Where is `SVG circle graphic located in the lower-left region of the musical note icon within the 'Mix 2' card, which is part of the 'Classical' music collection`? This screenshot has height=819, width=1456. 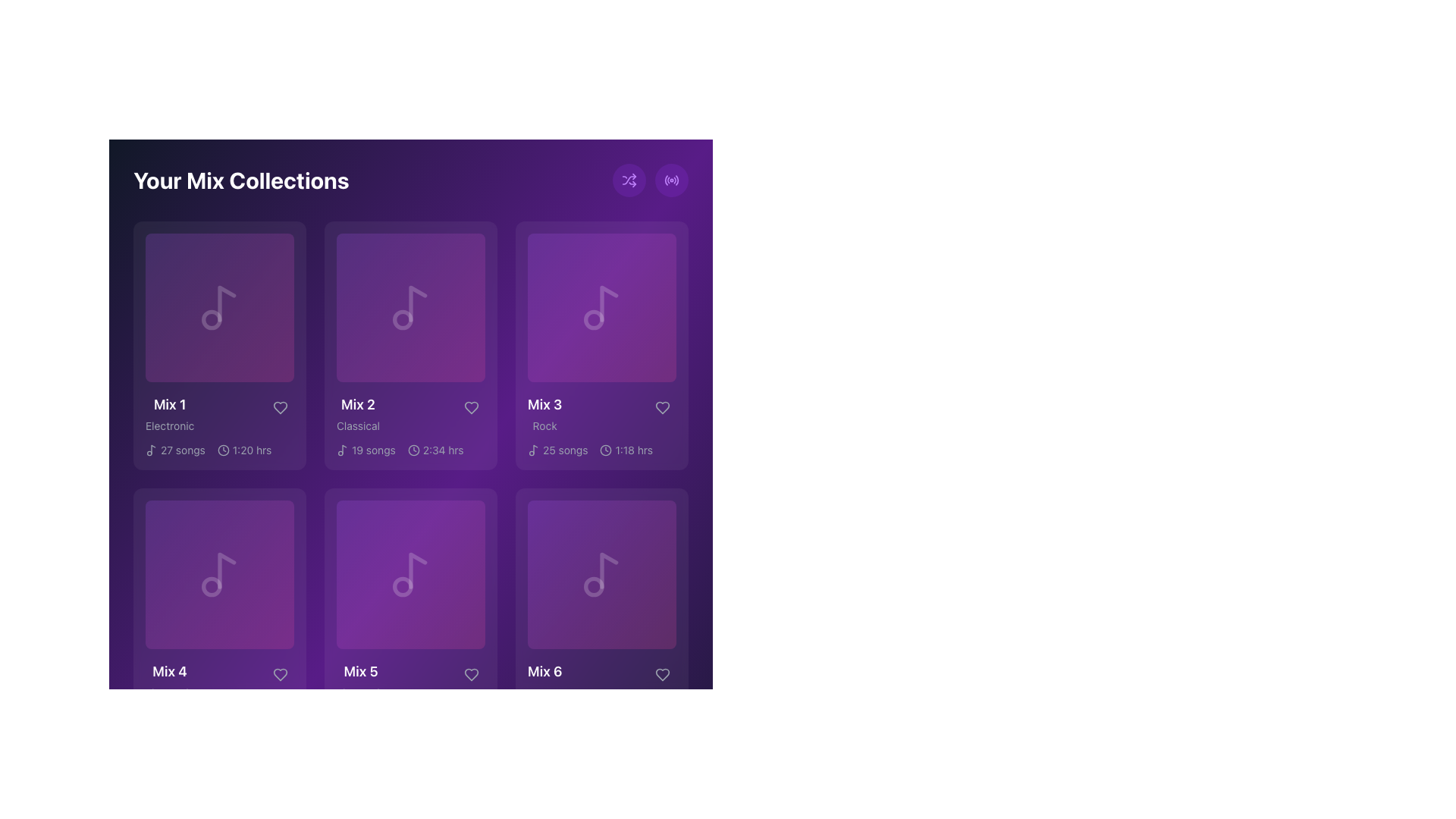 SVG circle graphic located in the lower-left region of the musical note icon within the 'Mix 2' card, which is part of the 'Classical' music collection is located at coordinates (403, 318).